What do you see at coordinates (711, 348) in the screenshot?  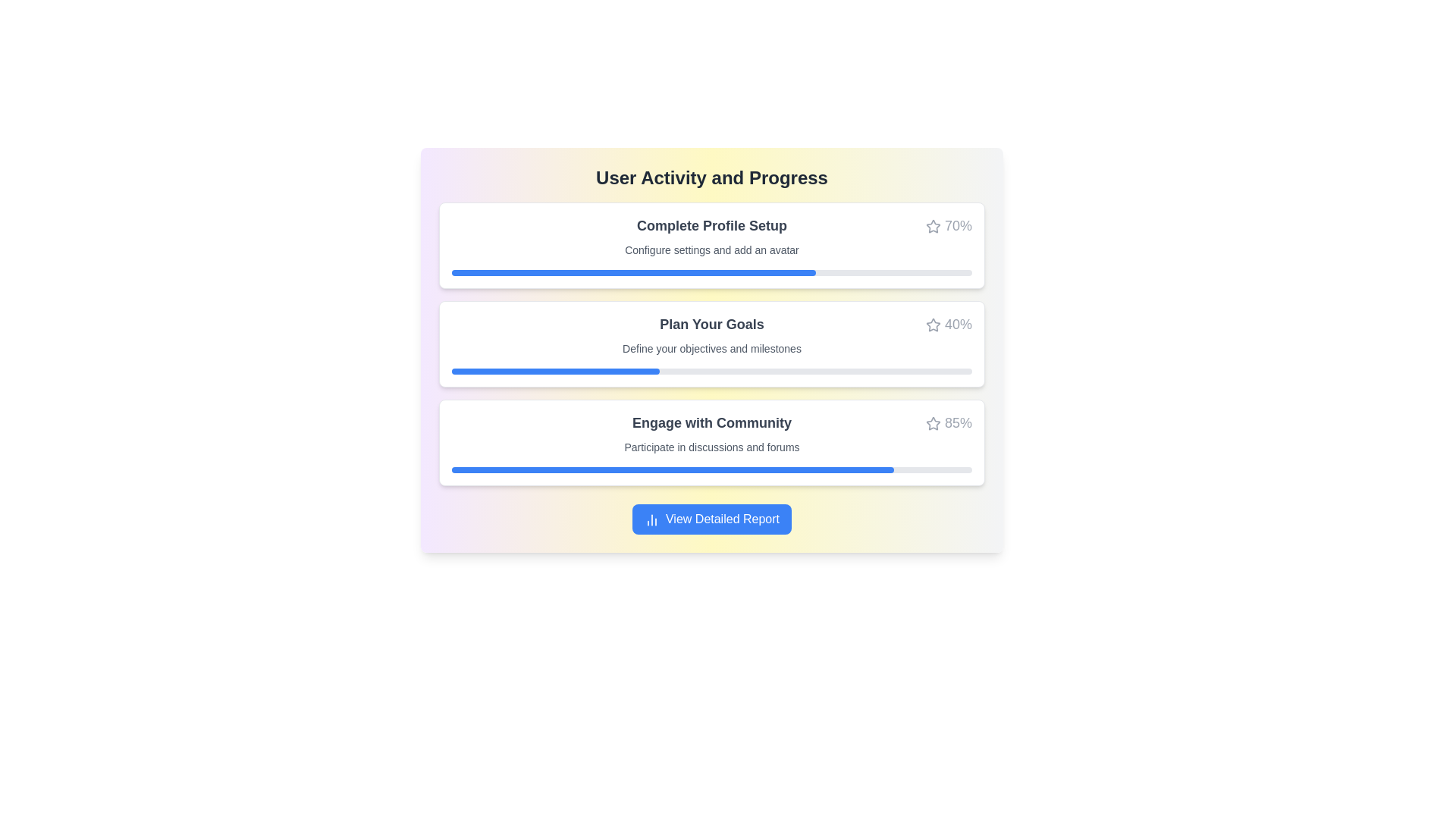 I see `information from the text label that says 'Define your objectives and milestones.' which is located below the heading 'Plan Your Goals'` at bounding box center [711, 348].